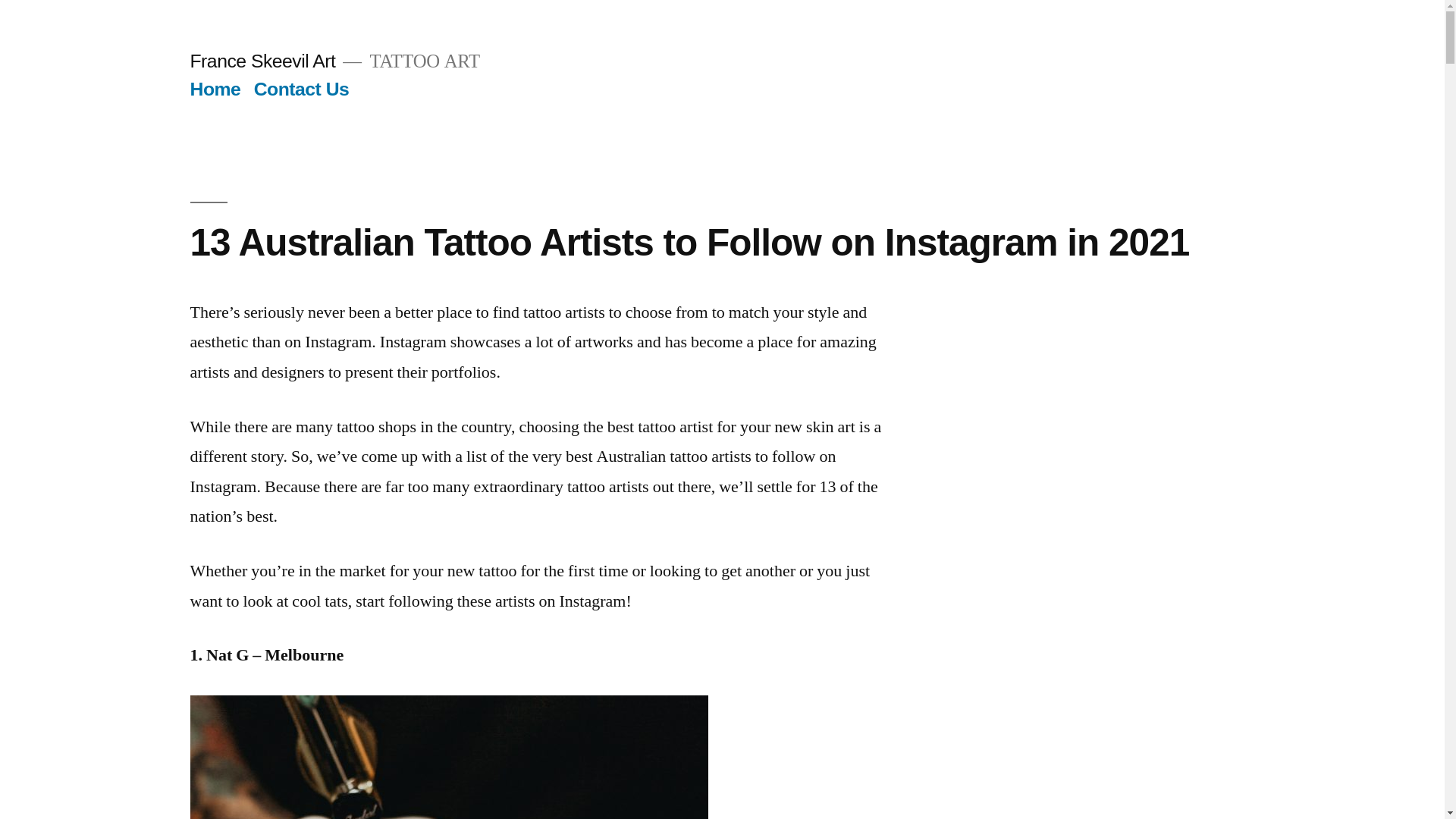  What do you see at coordinates (214, 89) in the screenshot?
I see `'Home'` at bounding box center [214, 89].